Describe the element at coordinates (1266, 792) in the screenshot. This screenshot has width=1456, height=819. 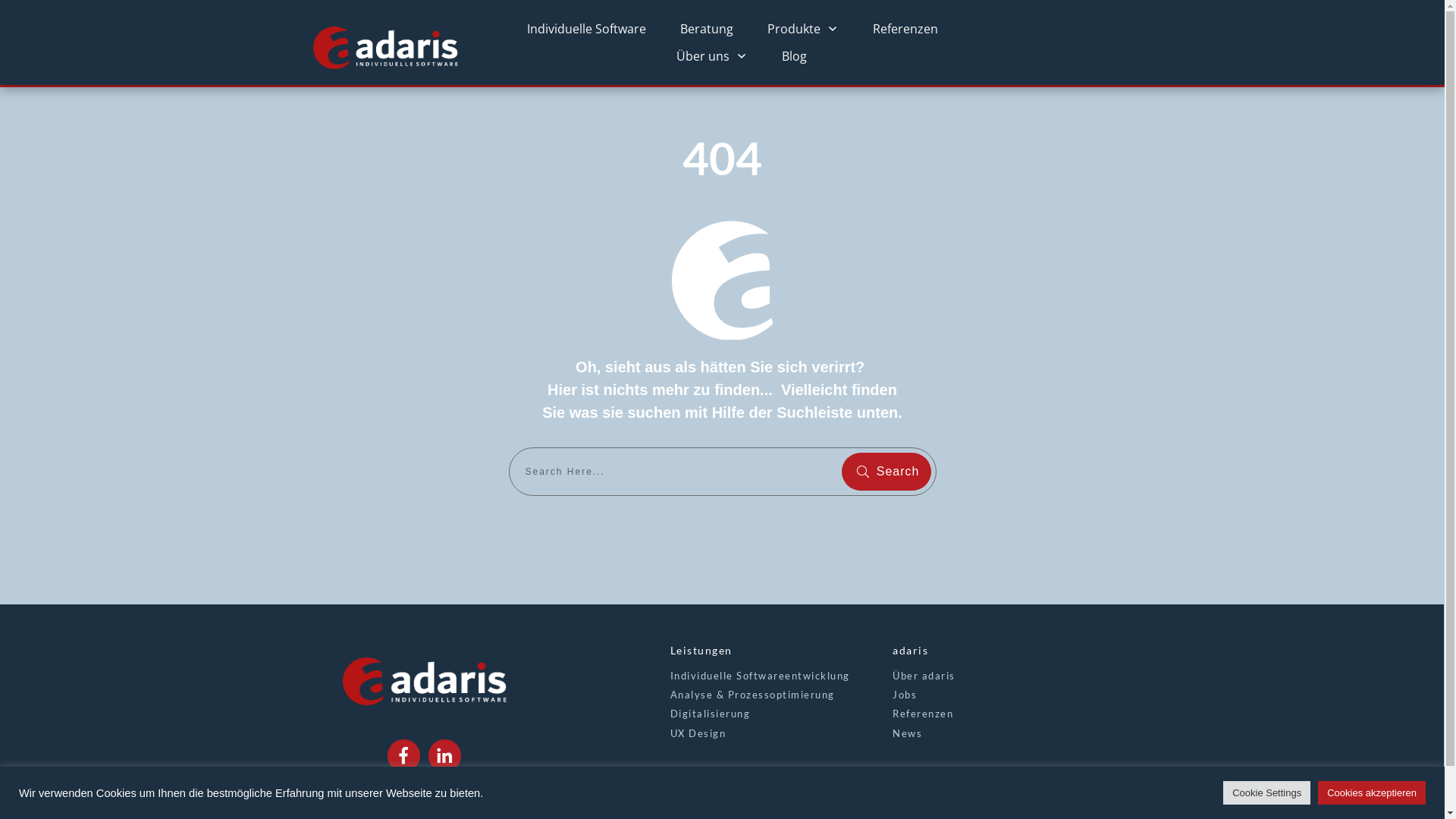
I see `'Cookie Settings'` at that location.